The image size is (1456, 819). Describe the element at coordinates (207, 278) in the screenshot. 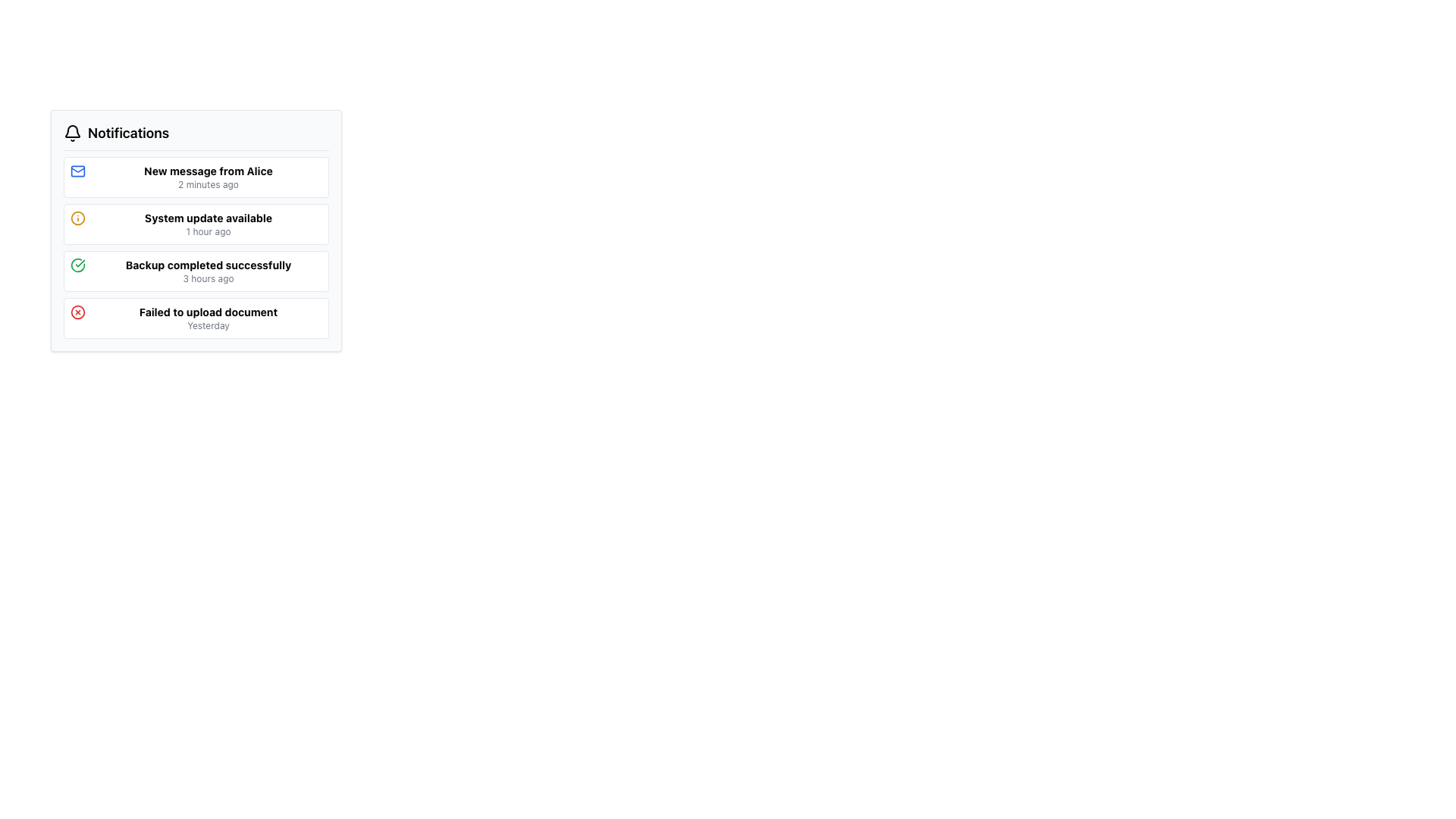

I see `the timestamp text label located centrally beneath the 'Backup completed successfully.' heading in the notification panel` at that location.